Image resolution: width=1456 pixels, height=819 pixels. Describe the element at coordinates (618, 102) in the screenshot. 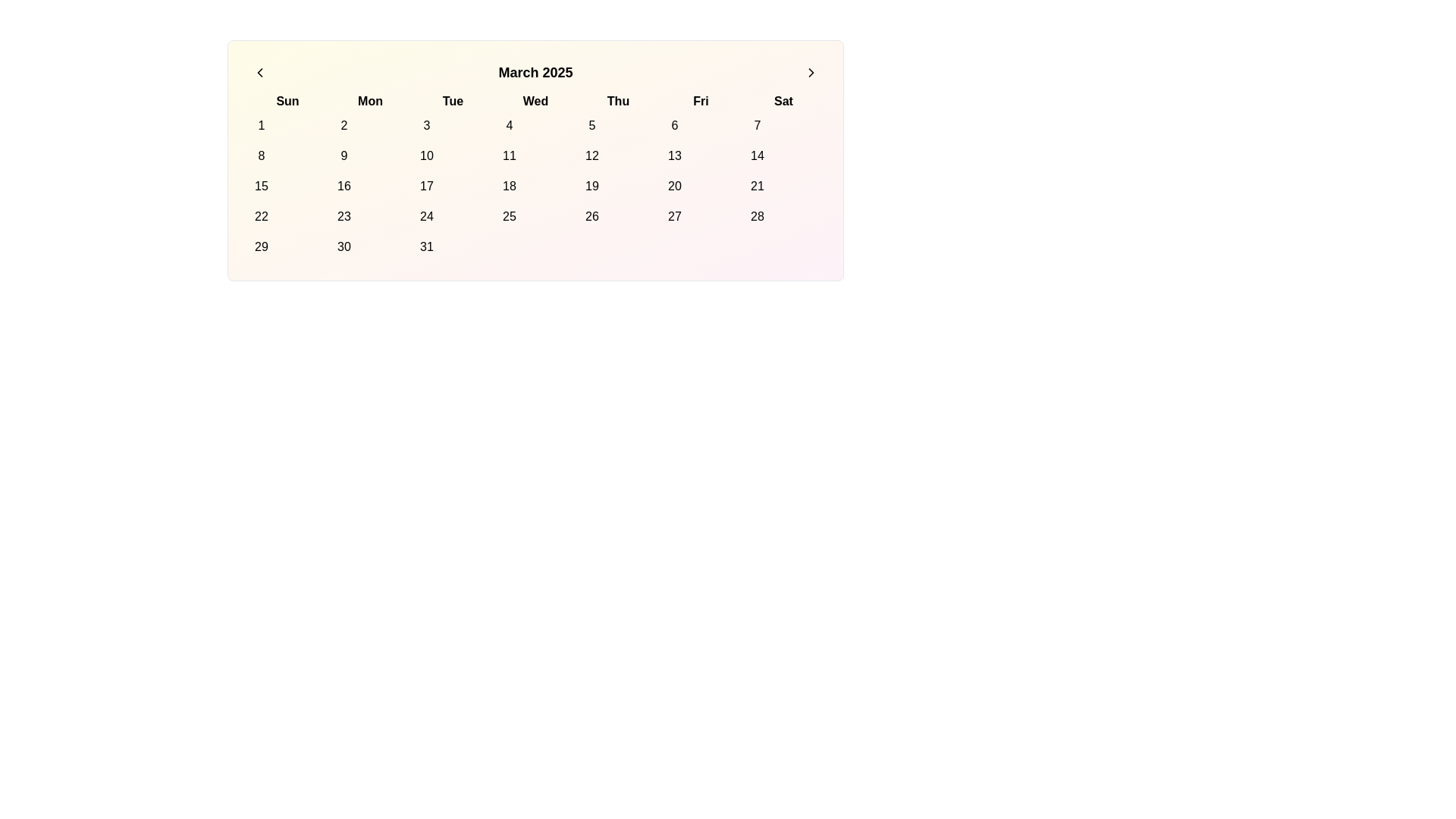

I see `the content of the text label displaying 'Thu', which is the abbreviation for Thursday, located in the top row of the calendar layout between 'Wed' and 'Fri'` at that location.